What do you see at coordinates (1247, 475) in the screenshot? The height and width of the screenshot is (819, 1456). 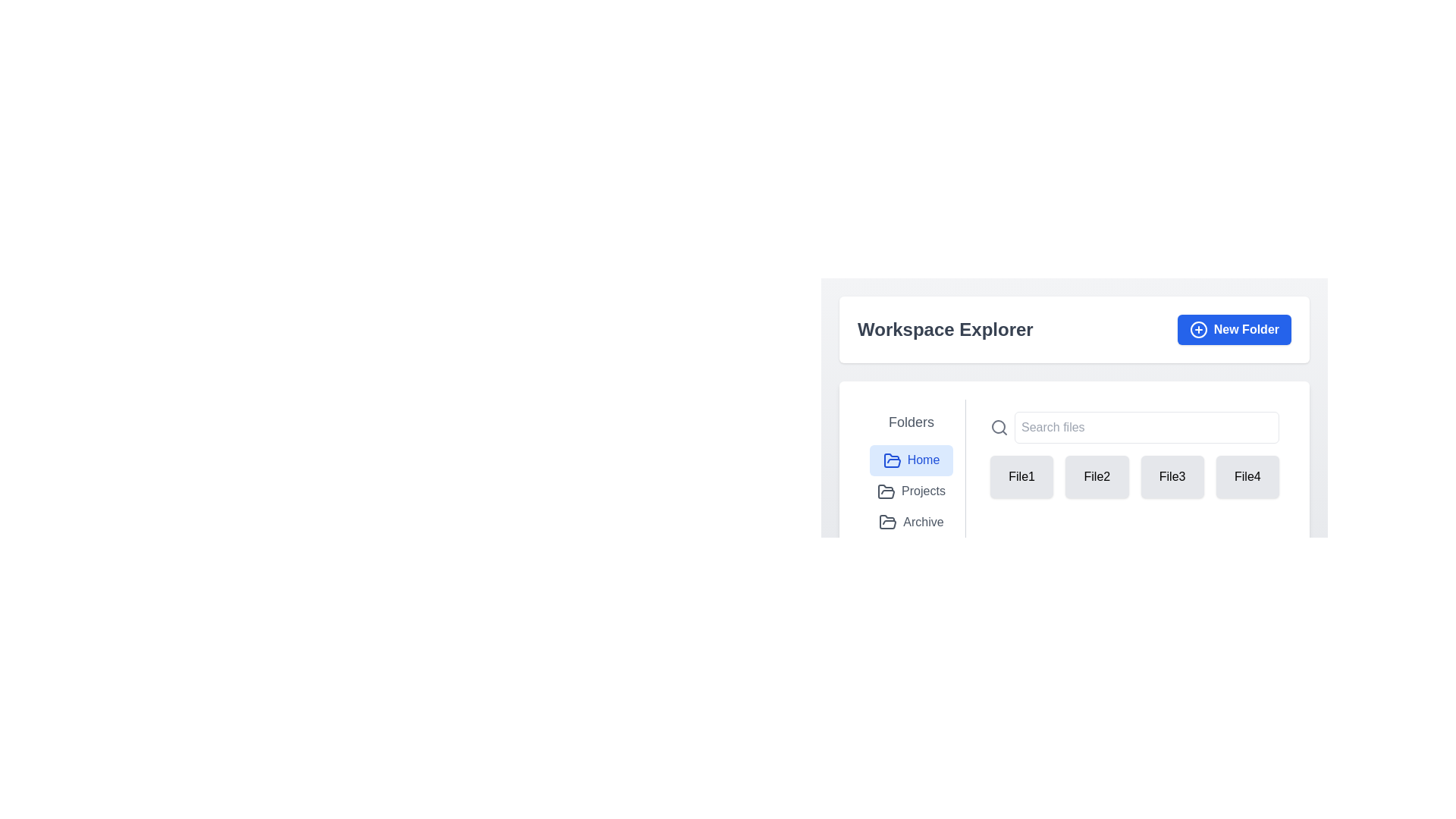 I see `the selectable button labeled 'File4' which has a light gray background and is the last item in a horizontal grid layout` at bounding box center [1247, 475].